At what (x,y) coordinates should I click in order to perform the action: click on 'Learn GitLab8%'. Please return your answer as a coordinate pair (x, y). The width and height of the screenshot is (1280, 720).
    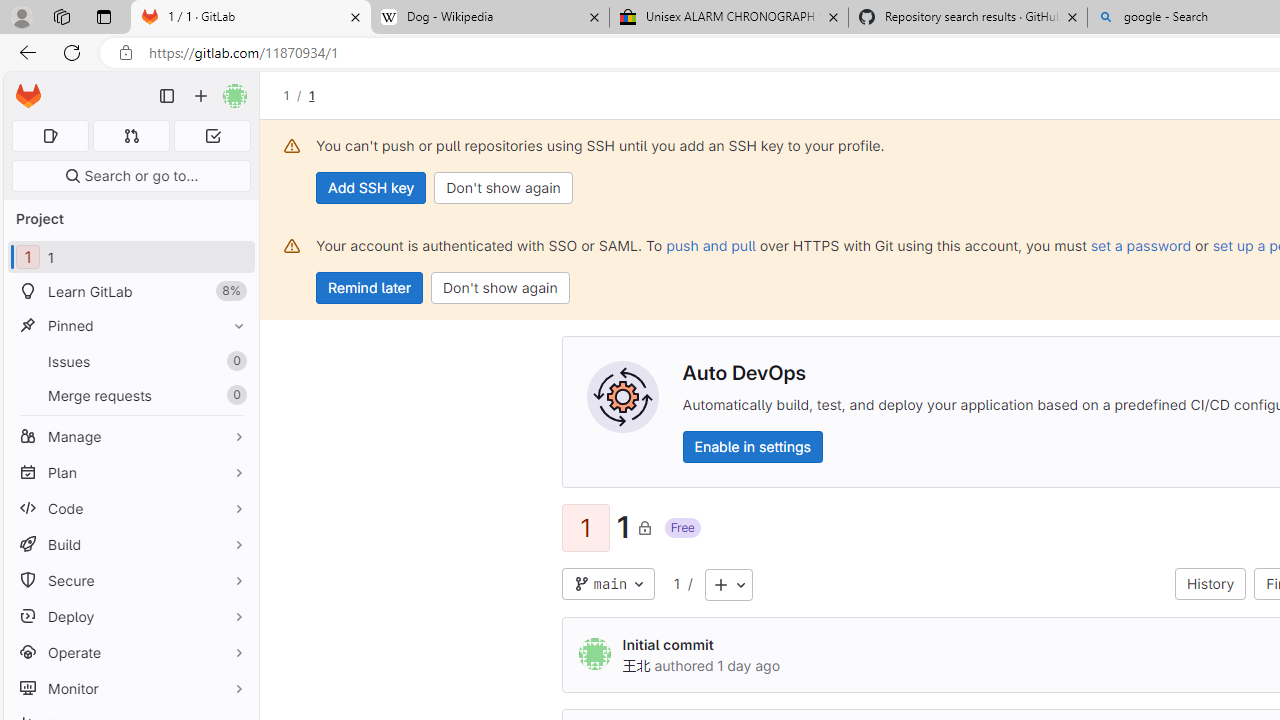
    Looking at the image, I should click on (130, 291).